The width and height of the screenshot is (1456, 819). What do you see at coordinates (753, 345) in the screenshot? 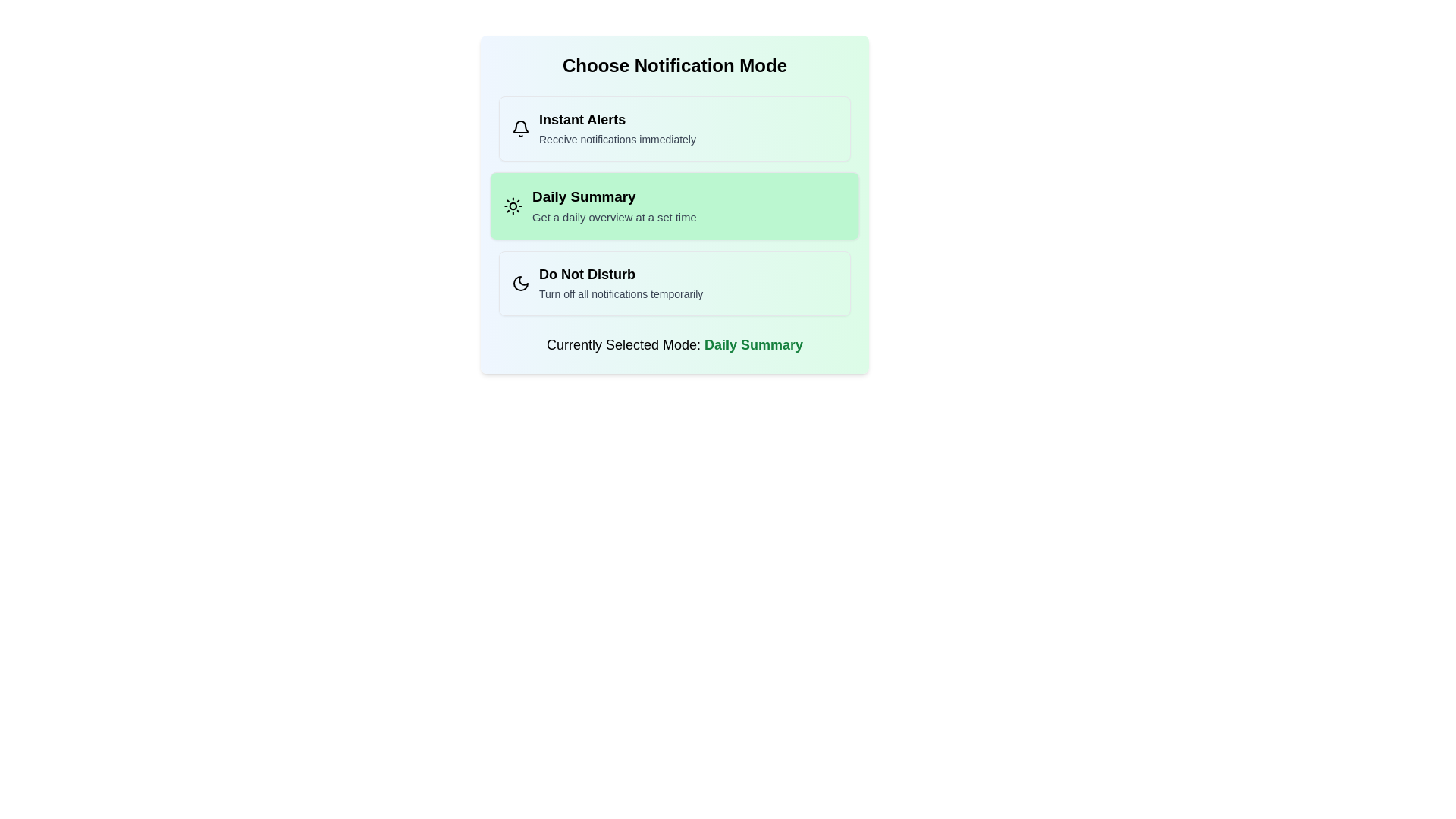
I see `the bold text label 'Daily Summary' written in green, which is part of the line 'Currently Selected Mode: Daily Summary'` at bounding box center [753, 345].